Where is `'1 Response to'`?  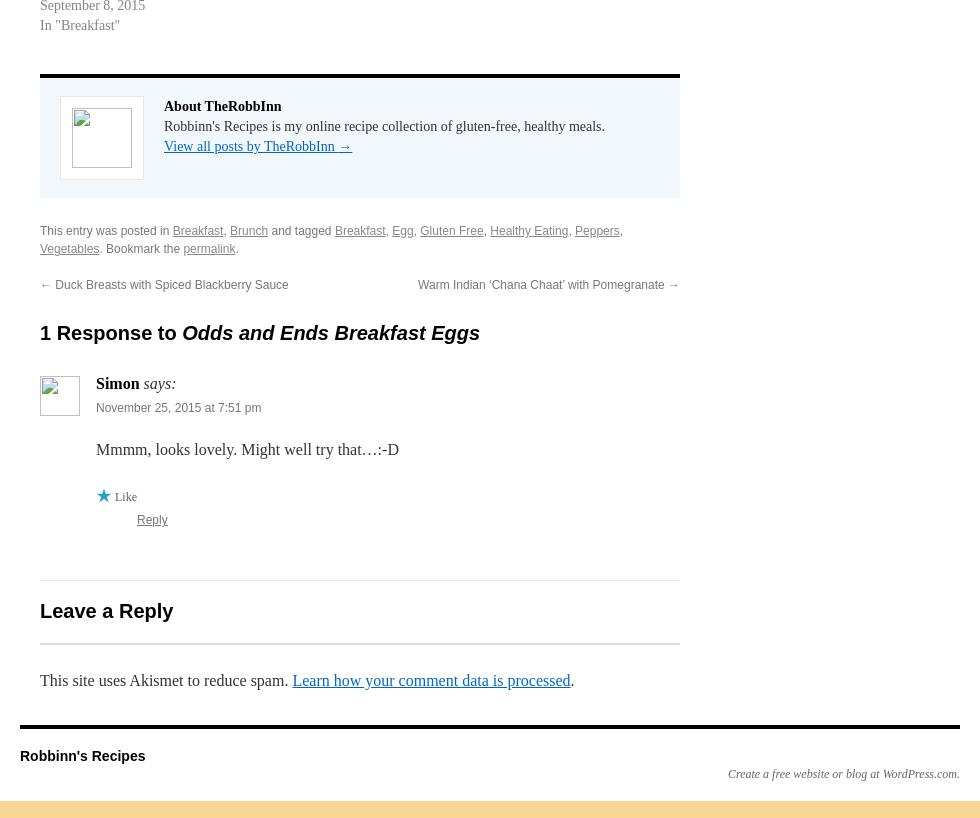 '1 Response to' is located at coordinates (39, 332).